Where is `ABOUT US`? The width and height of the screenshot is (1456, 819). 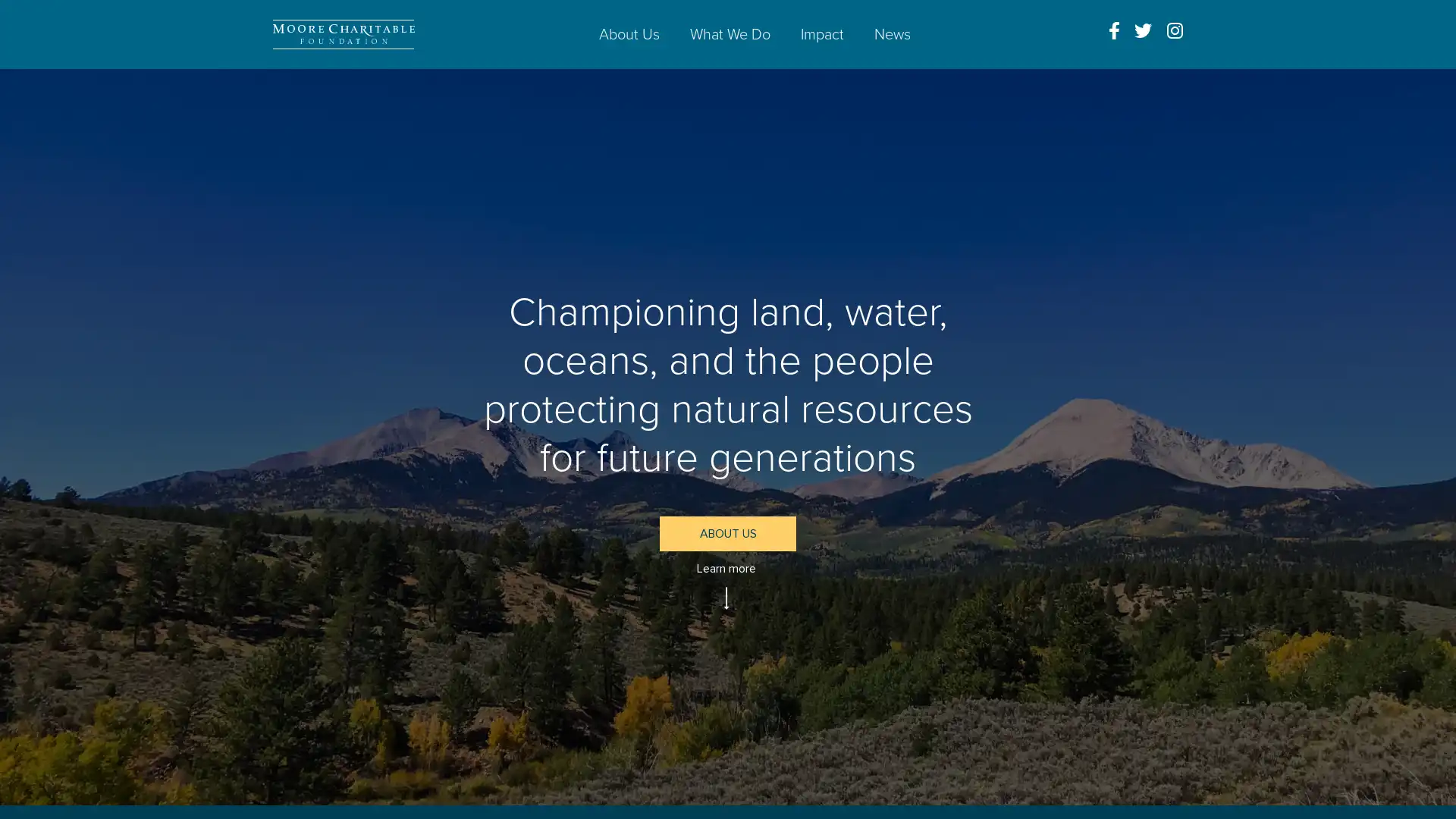
ABOUT US is located at coordinates (728, 533).